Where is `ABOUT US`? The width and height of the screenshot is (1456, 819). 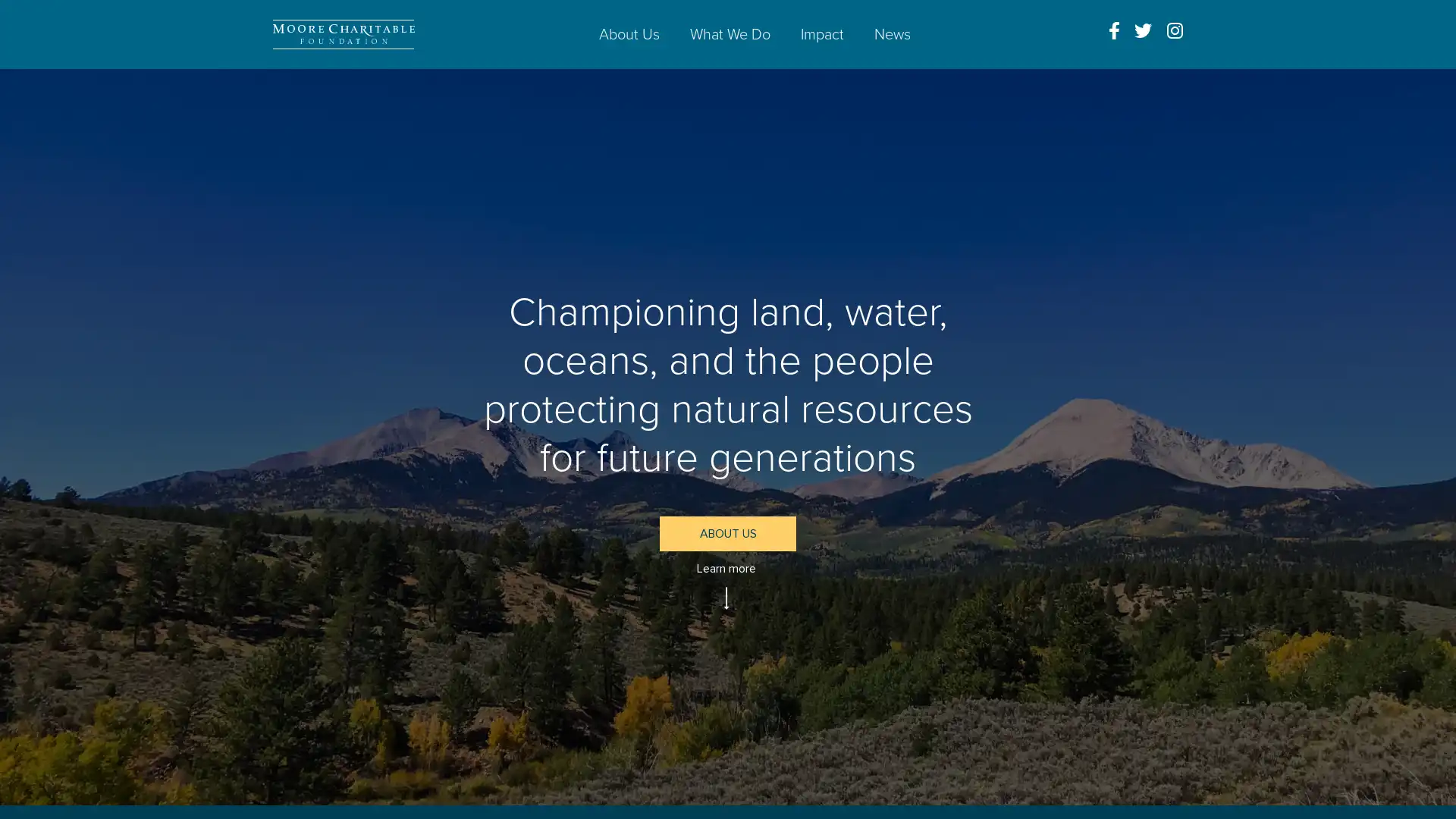
ABOUT US is located at coordinates (728, 533).